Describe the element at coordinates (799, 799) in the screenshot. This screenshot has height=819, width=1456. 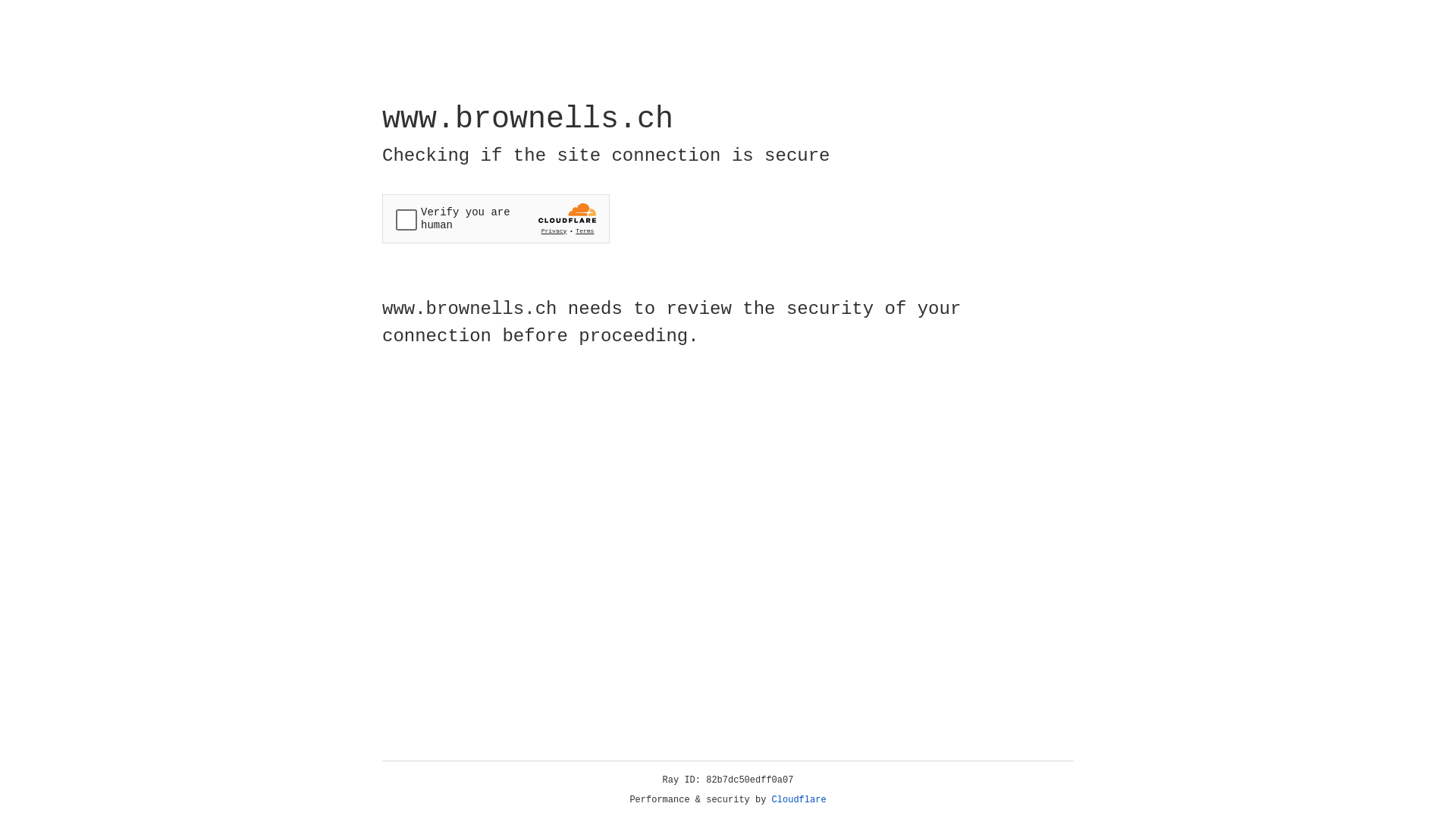
I see `'Cloudflare'` at that location.